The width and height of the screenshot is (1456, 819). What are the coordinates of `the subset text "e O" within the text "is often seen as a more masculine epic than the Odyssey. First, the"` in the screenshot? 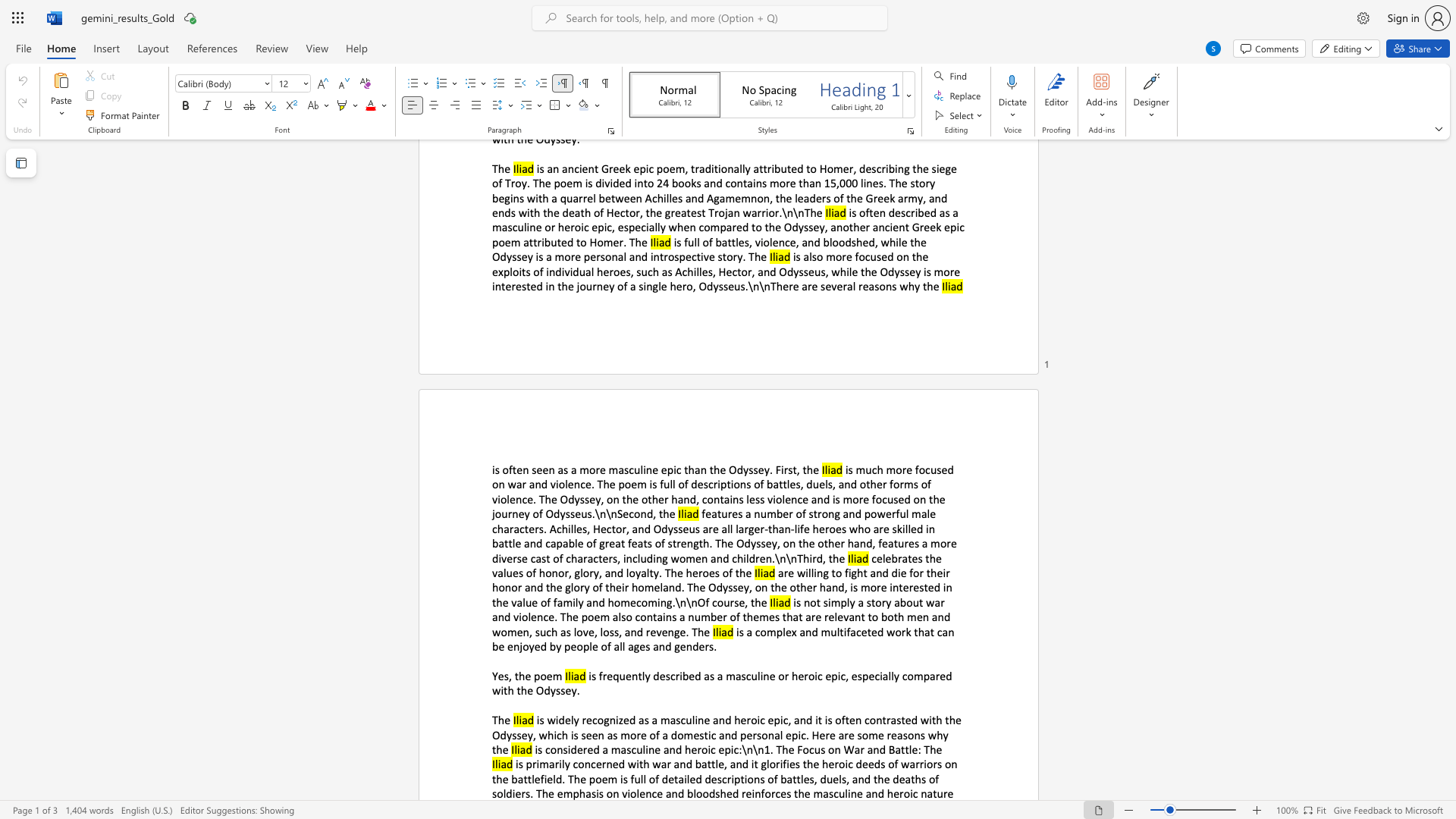 It's located at (719, 469).